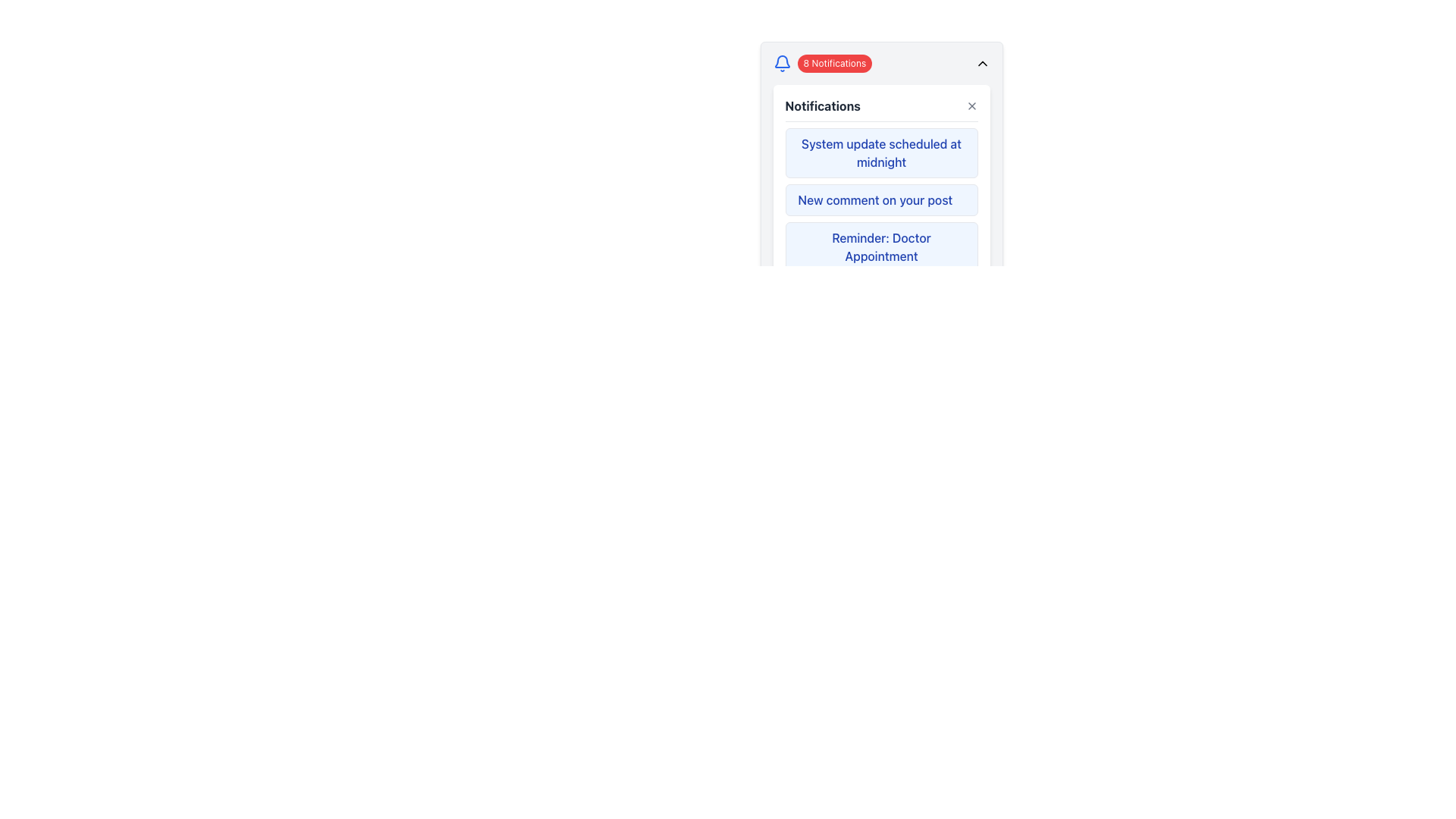 Image resolution: width=1456 pixels, height=819 pixels. What do you see at coordinates (833, 63) in the screenshot?
I see `the Notification Badge located to the right of the blue notification bell icon in the upper region of the interface` at bounding box center [833, 63].